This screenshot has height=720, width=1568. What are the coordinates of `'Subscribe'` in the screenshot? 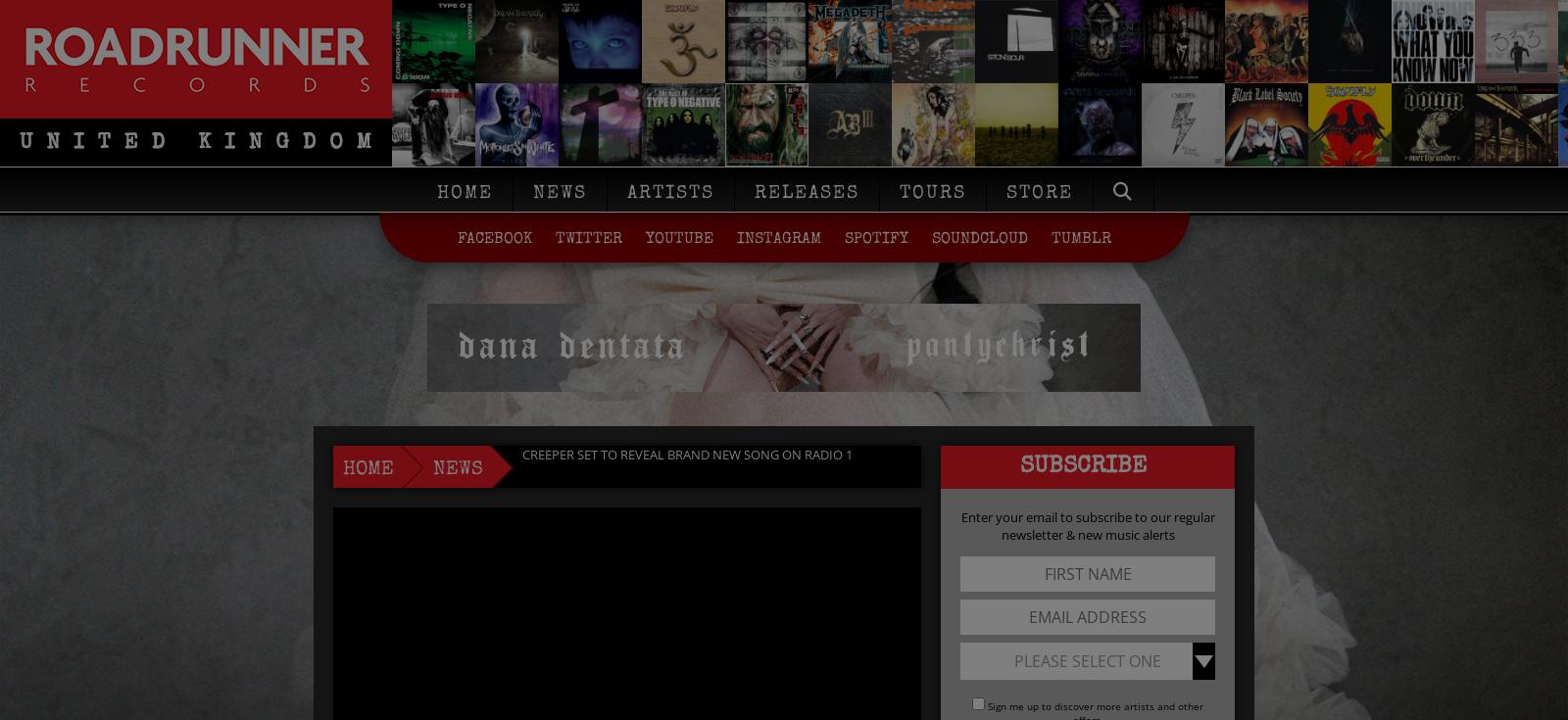 It's located at (1019, 467).